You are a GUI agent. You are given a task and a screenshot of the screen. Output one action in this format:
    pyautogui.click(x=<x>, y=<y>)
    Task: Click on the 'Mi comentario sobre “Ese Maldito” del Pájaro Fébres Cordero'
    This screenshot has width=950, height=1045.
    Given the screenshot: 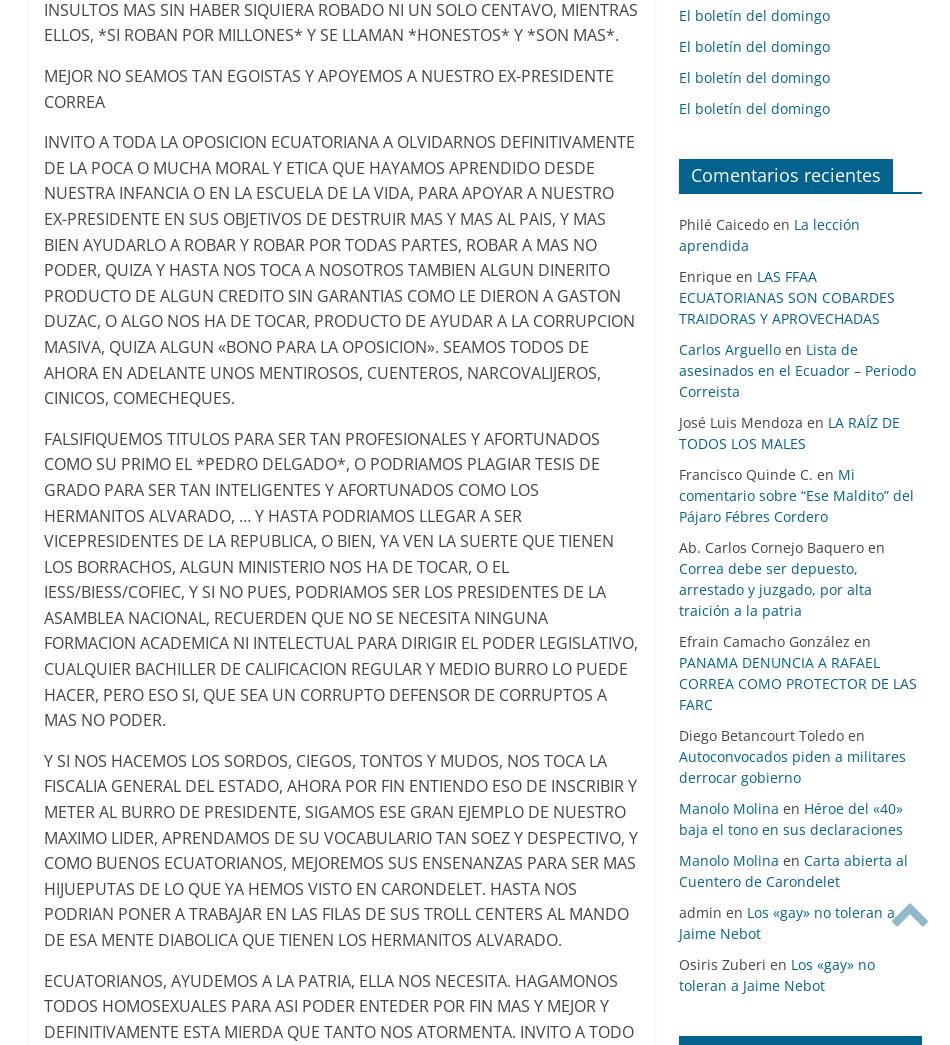 What is the action you would take?
    pyautogui.click(x=794, y=494)
    